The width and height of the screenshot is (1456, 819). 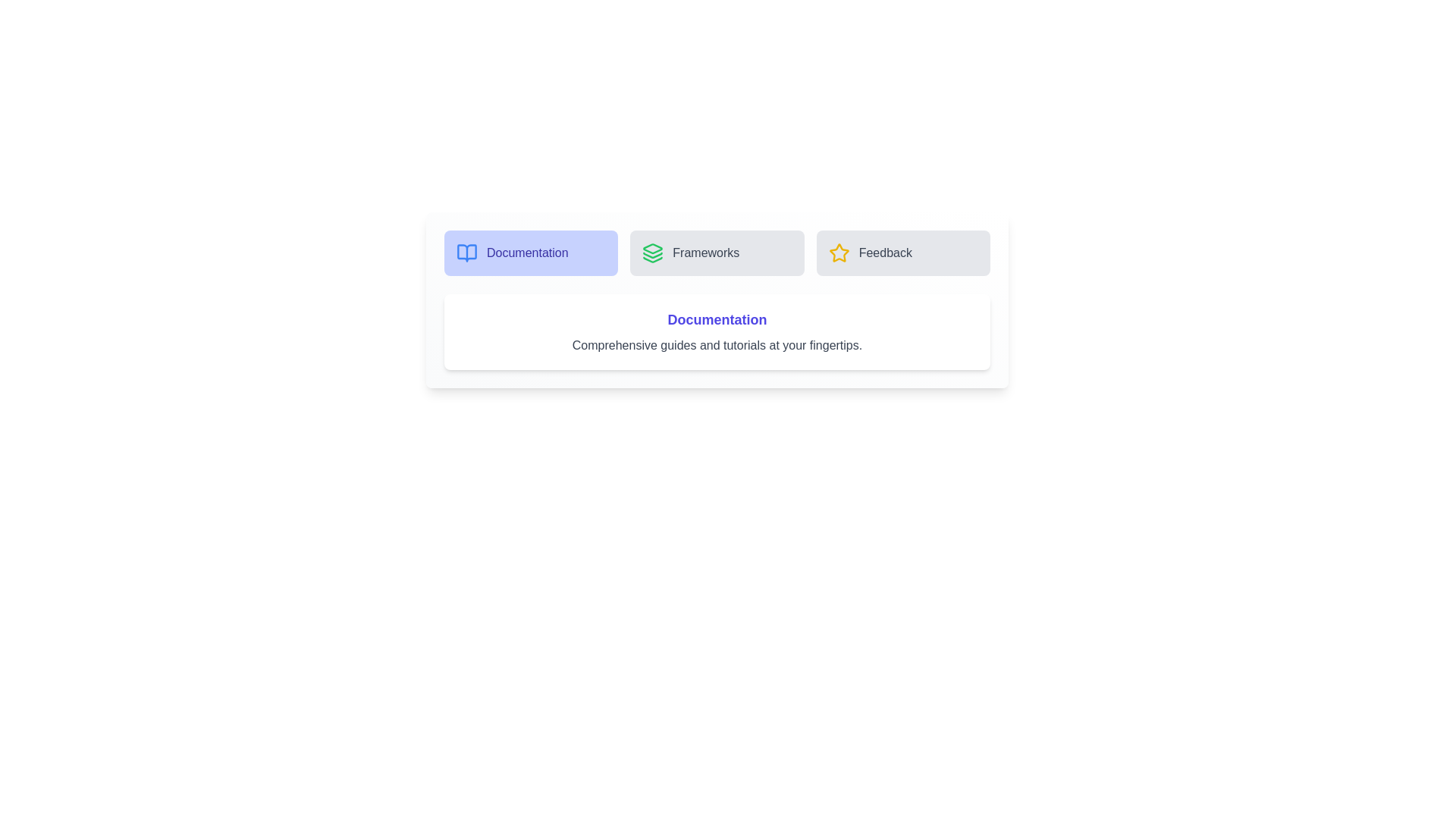 I want to click on the Documentation tab to view its description, so click(x=531, y=253).